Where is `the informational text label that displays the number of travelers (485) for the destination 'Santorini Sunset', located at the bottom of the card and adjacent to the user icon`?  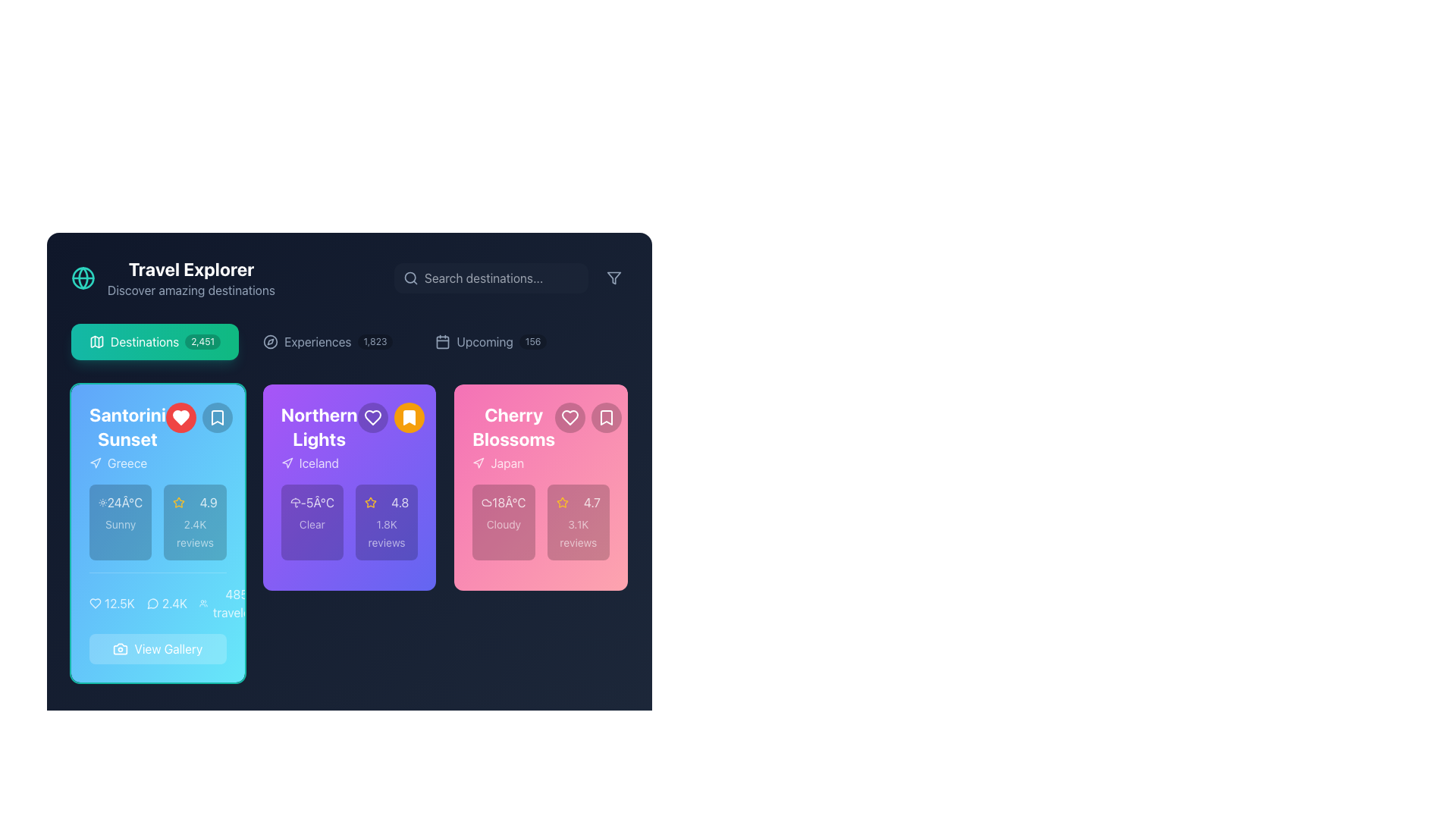
the informational text label that displays the number of travelers (485) for the destination 'Santorini Sunset', located at the bottom of the card and adjacent to the user icon is located at coordinates (236, 602).